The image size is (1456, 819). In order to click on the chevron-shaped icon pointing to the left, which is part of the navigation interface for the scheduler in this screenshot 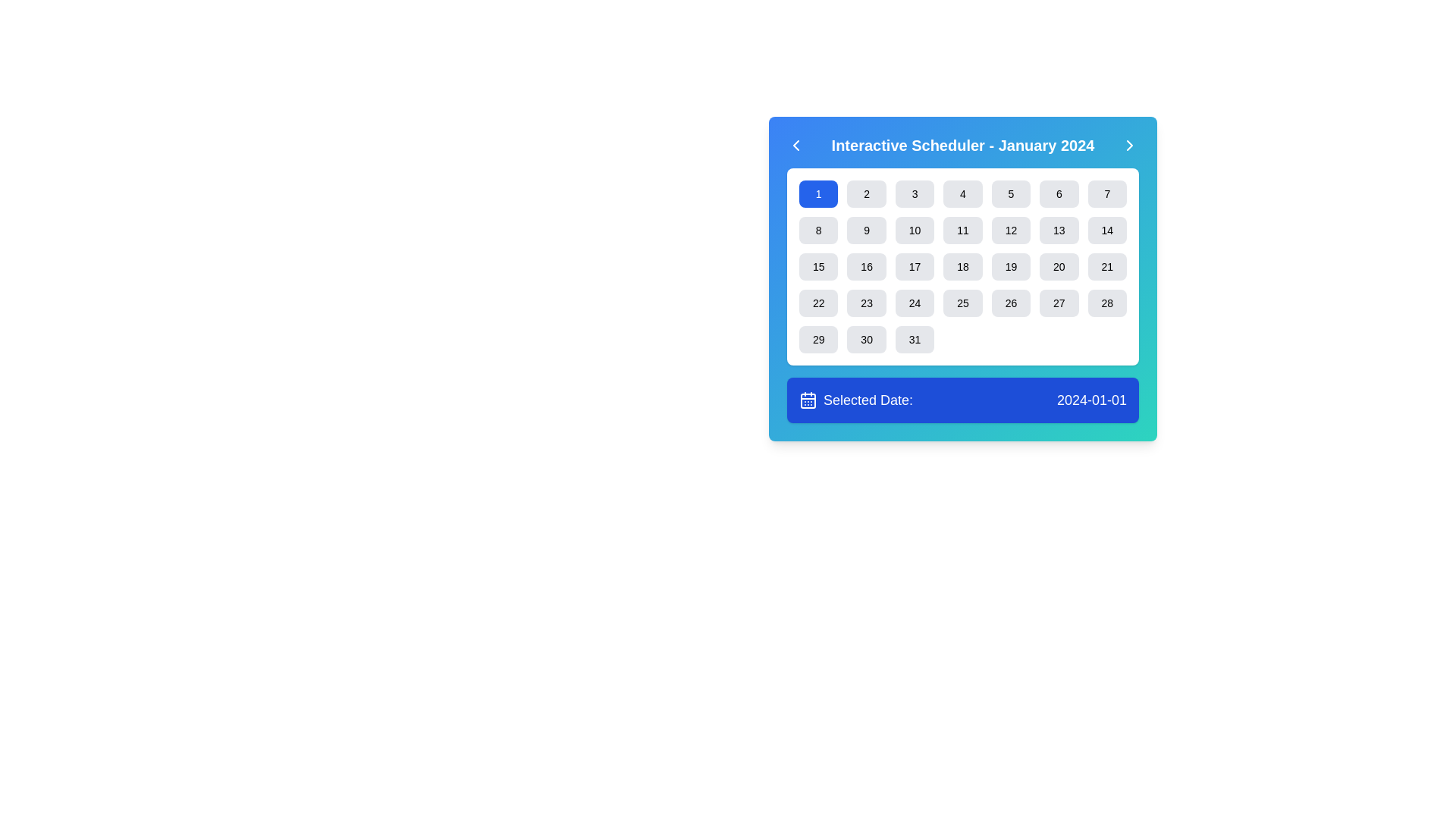, I will do `click(795, 146)`.